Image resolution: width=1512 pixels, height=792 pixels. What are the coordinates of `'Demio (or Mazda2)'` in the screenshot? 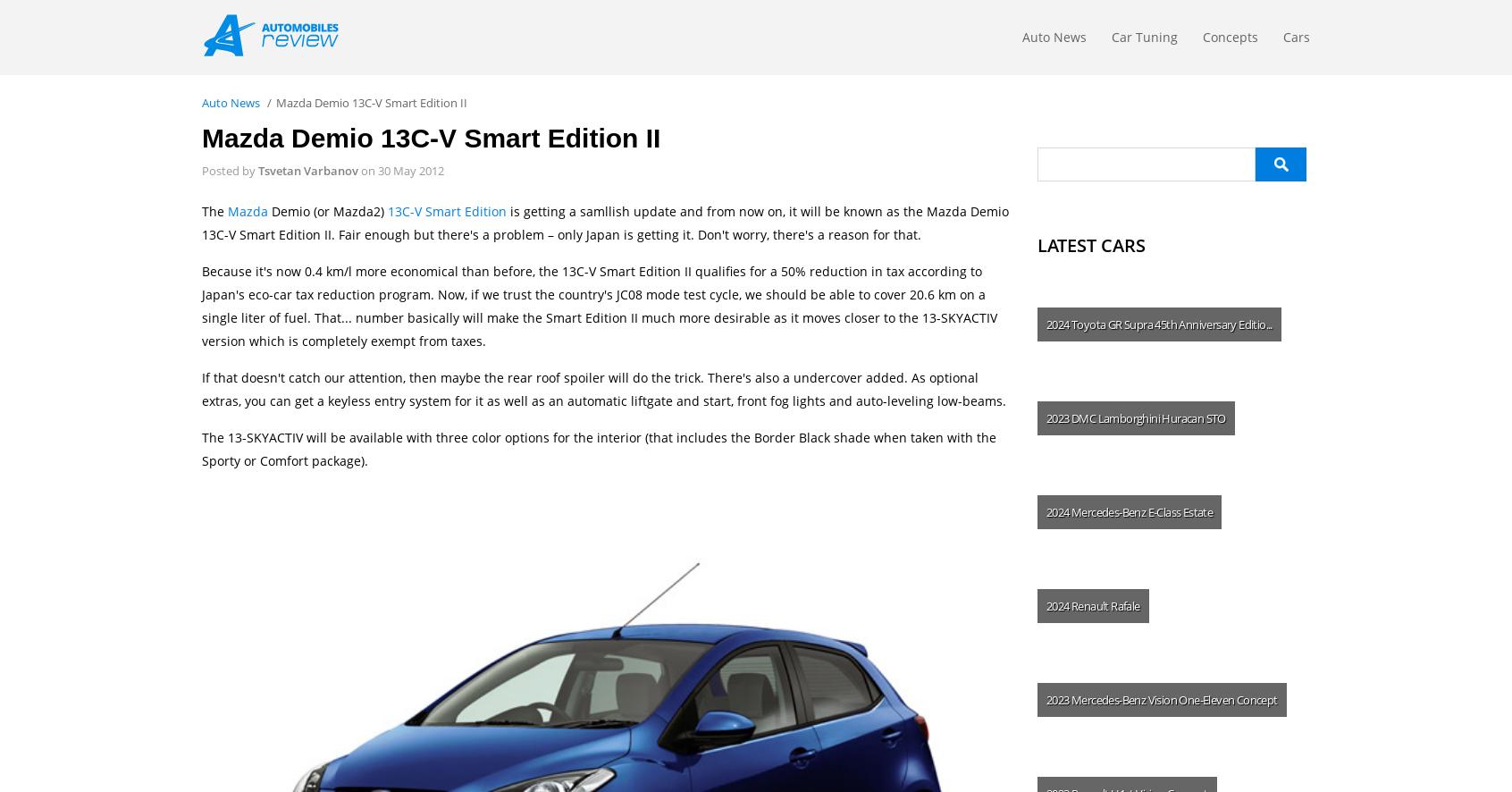 It's located at (327, 210).